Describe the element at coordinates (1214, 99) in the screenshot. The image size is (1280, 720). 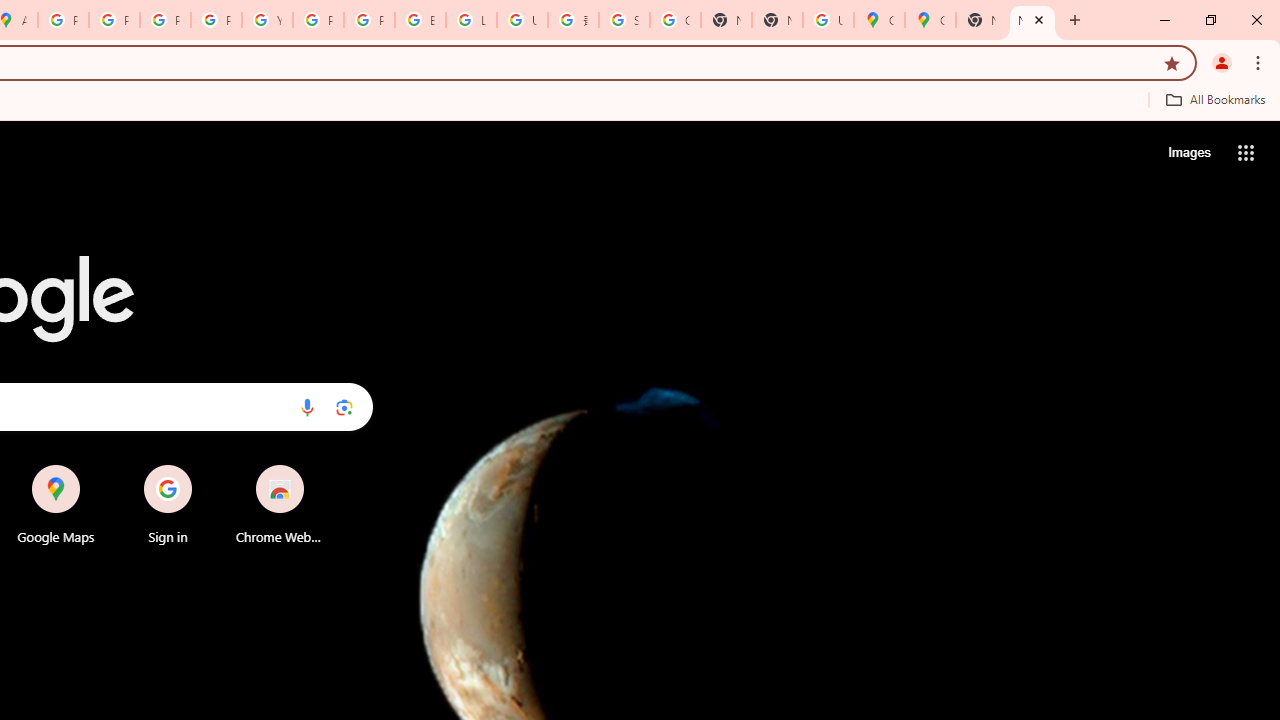
I see `'All Bookmarks'` at that location.